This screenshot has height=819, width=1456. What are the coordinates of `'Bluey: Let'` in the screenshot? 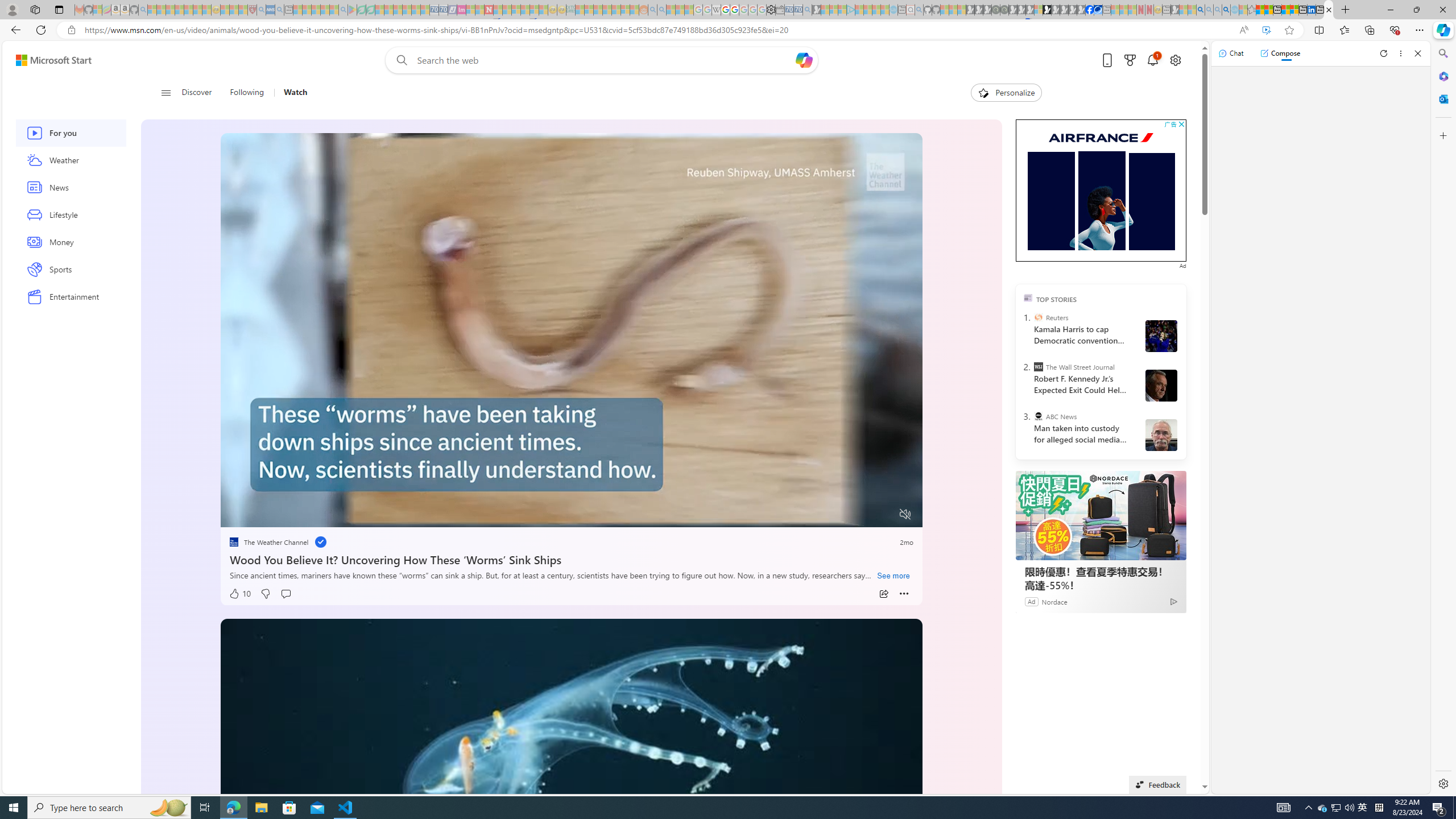 It's located at (352, 9).